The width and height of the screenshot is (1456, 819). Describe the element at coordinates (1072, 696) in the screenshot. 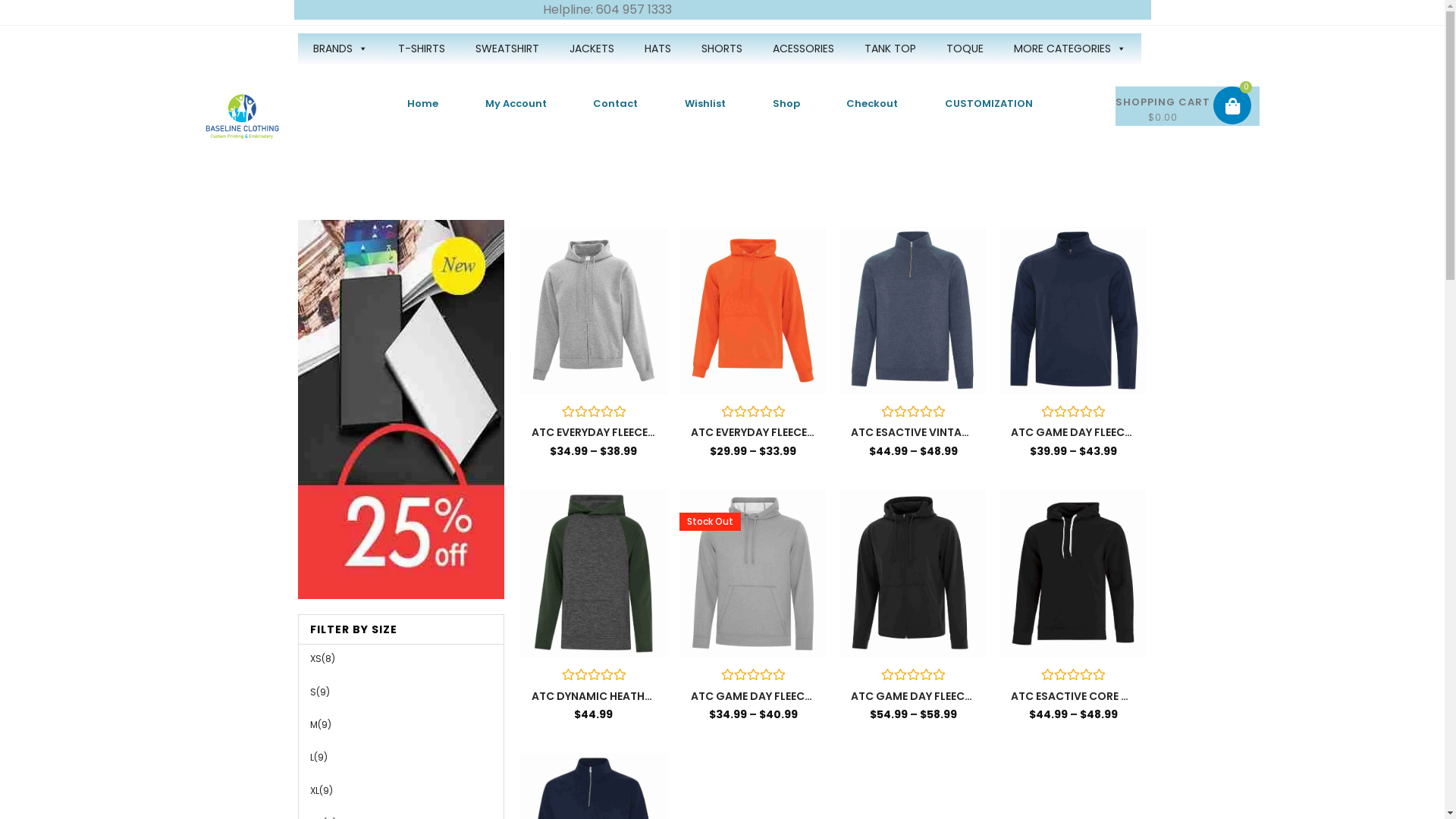

I see `'ATC ESACTIVE CORE HOODED SWEATSHIRT F2016'` at that location.